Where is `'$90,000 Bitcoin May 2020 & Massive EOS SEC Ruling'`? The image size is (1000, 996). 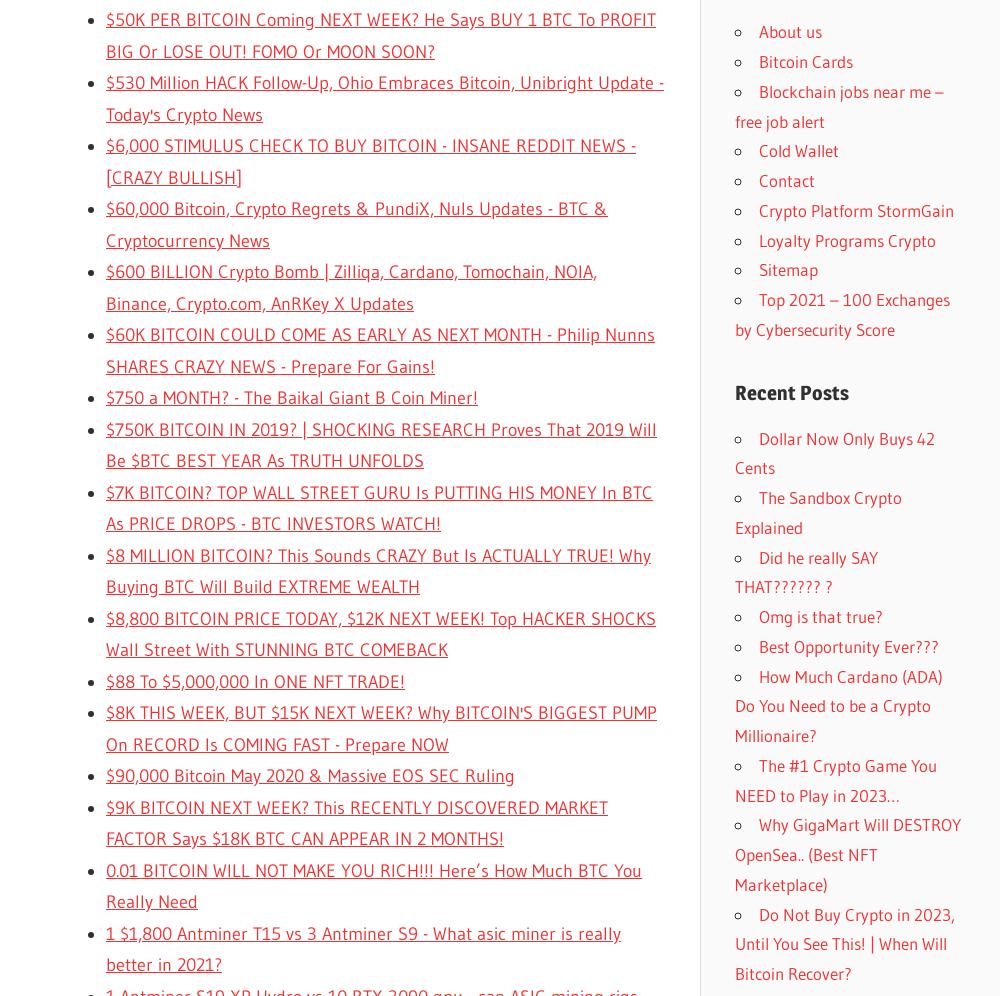 '$90,000 Bitcoin May 2020 & Massive EOS SEC Ruling' is located at coordinates (105, 775).